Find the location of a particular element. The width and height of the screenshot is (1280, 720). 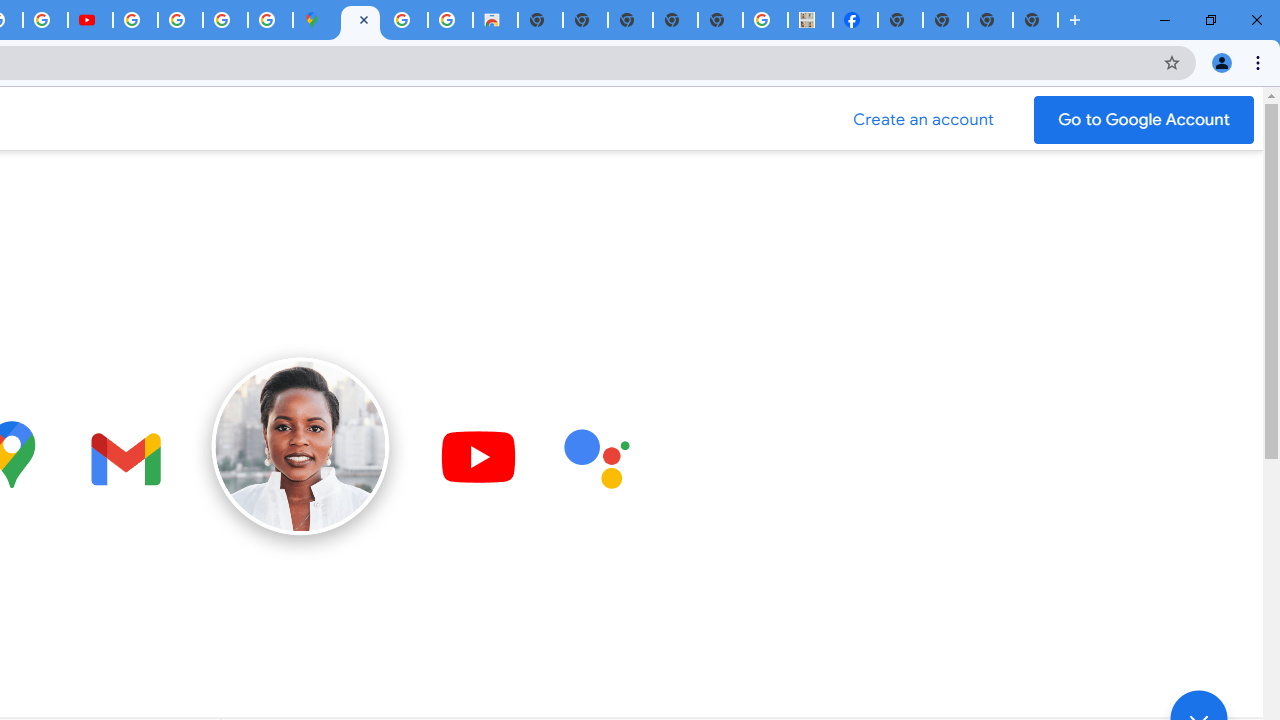

'How Chrome protects your passwords - Google Chrome Help' is located at coordinates (134, 20).